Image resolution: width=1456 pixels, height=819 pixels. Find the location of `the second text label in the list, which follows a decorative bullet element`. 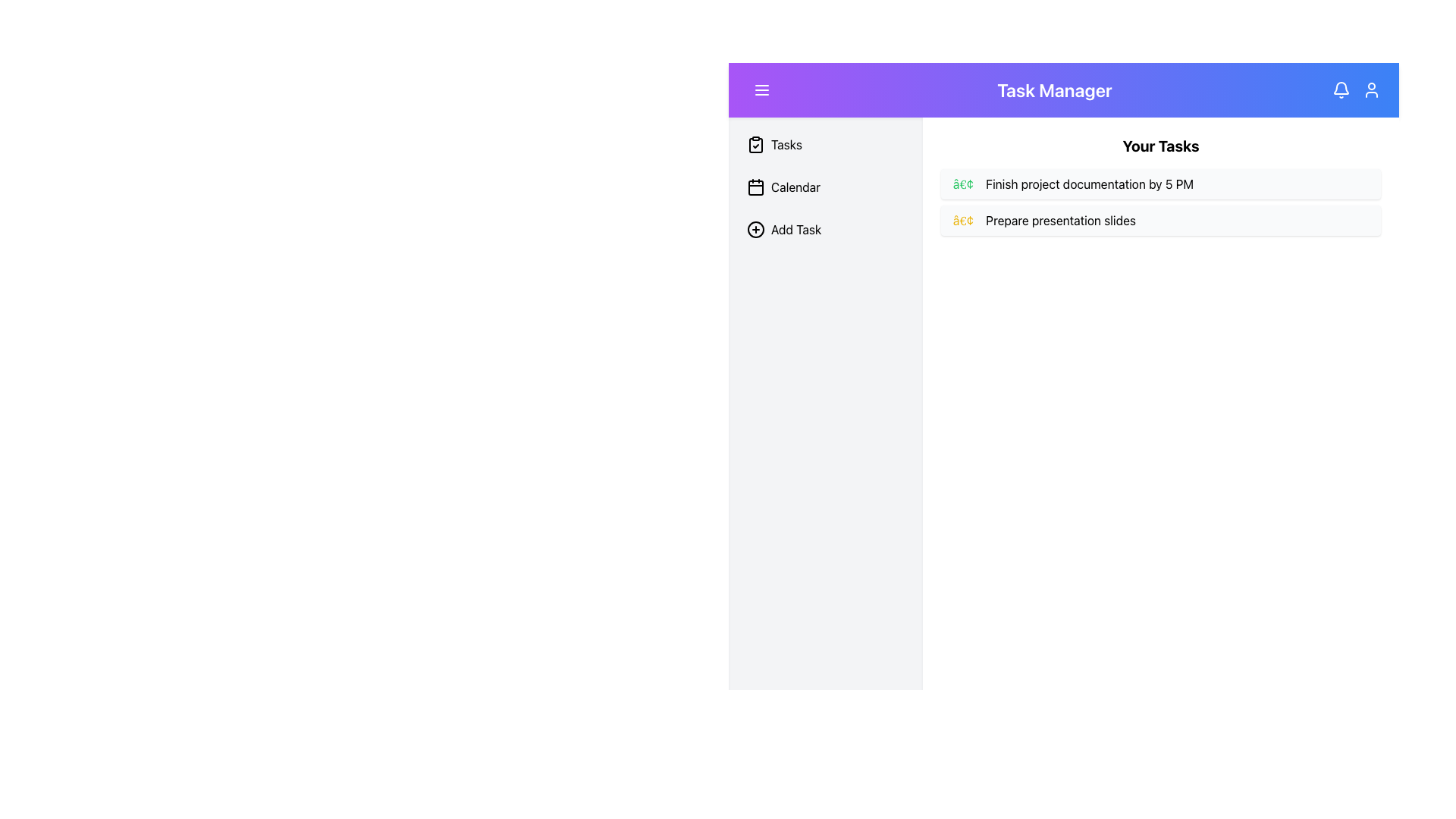

the second text label in the list, which follows a decorative bullet element is located at coordinates (1060, 220).